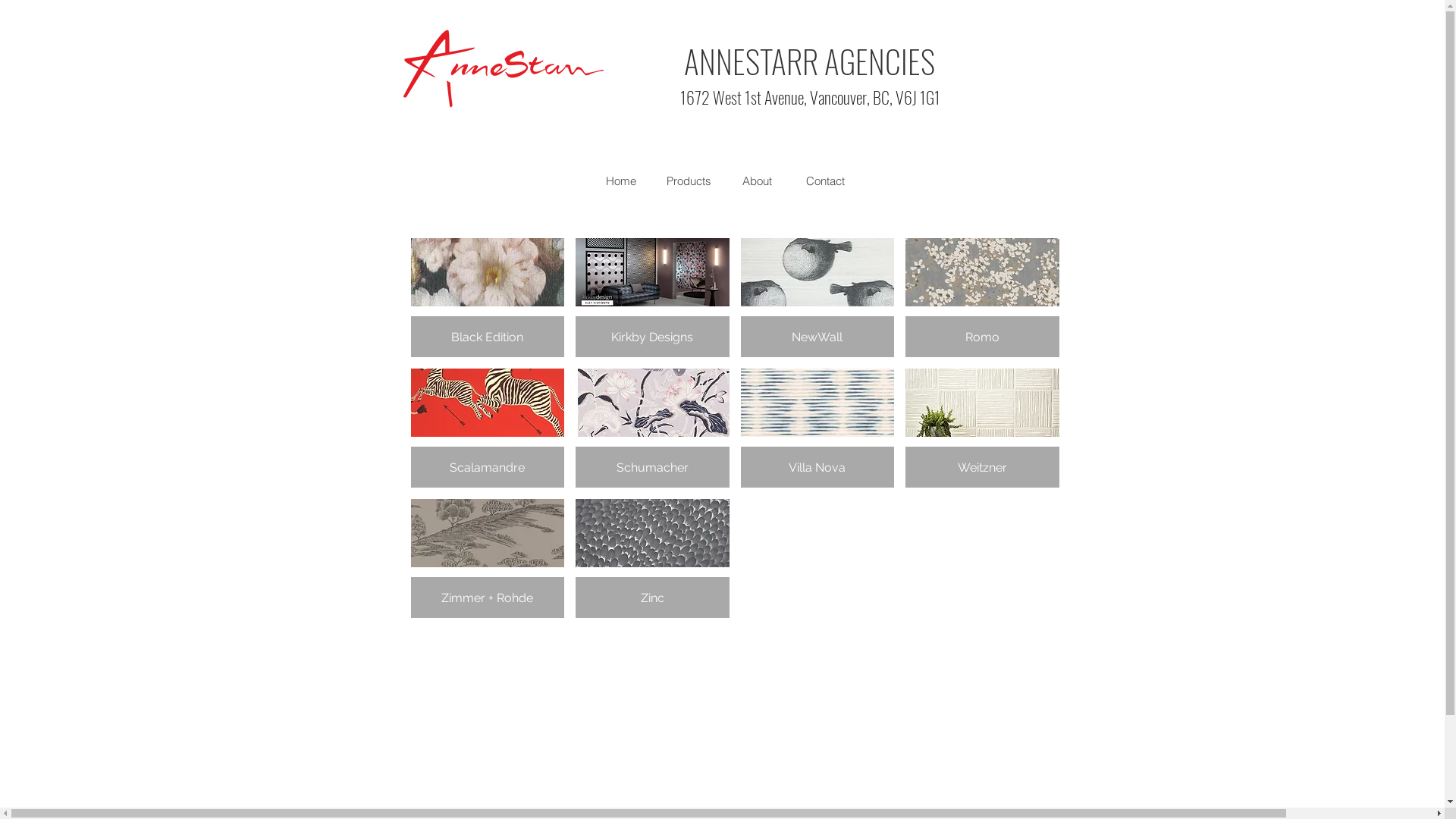  What do you see at coordinates (757, 180) in the screenshot?
I see `'About'` at bounding box center [757, 180].